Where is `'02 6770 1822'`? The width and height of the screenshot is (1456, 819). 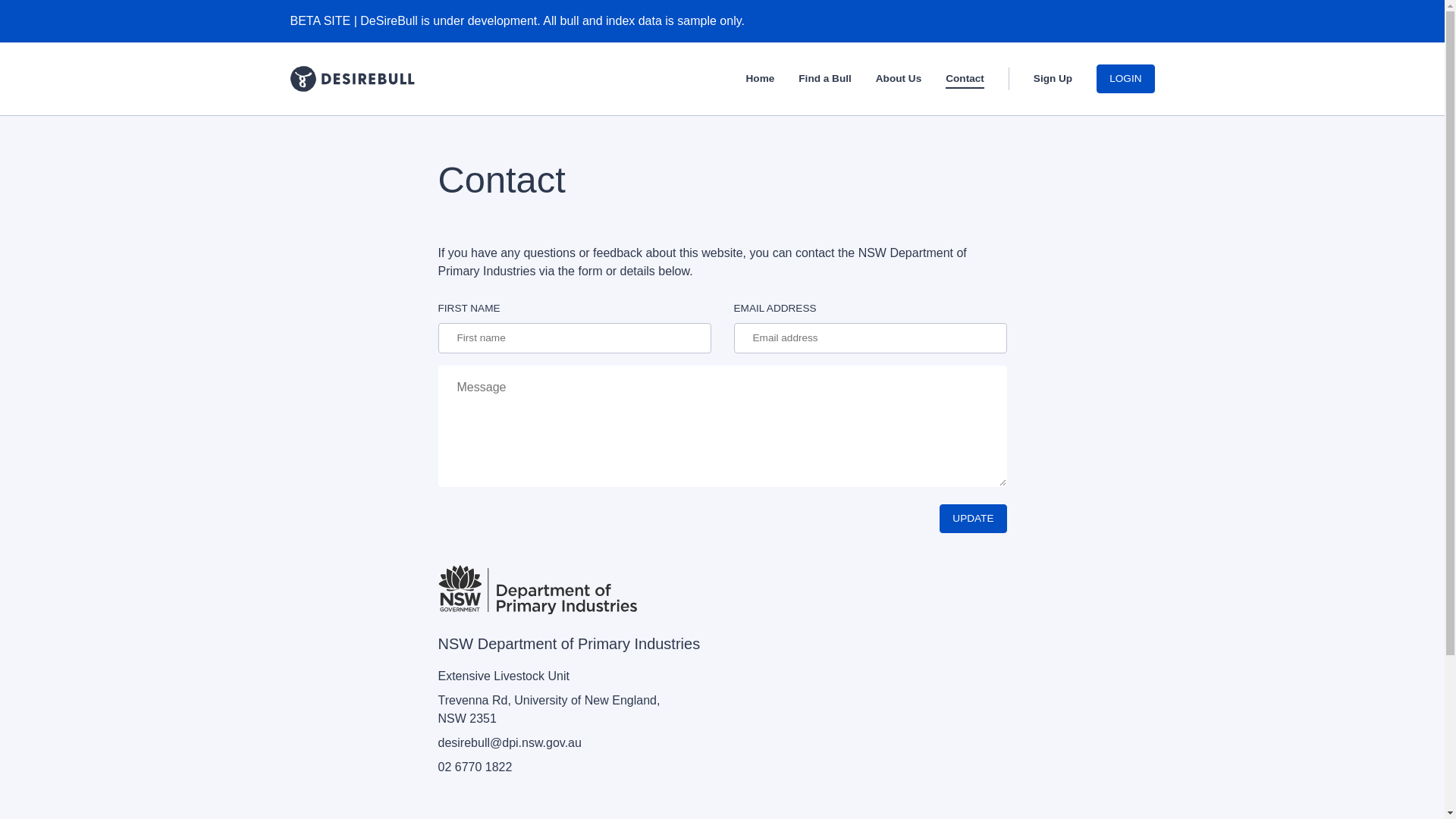 '02 6770 1822' is located at coordinates (475, 767).